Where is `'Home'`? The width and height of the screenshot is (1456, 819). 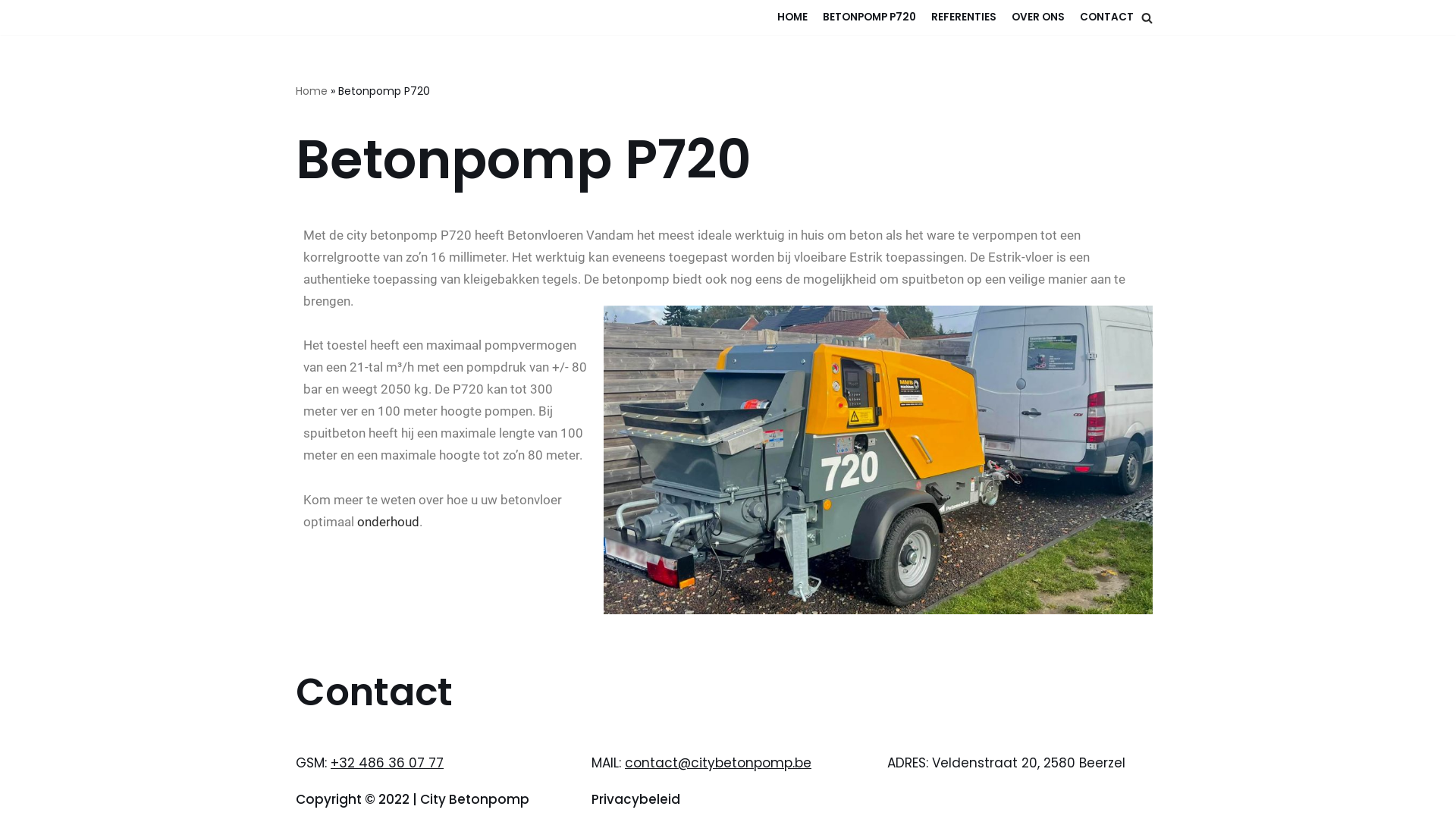 'Home' is located at coordinates (311, 90).